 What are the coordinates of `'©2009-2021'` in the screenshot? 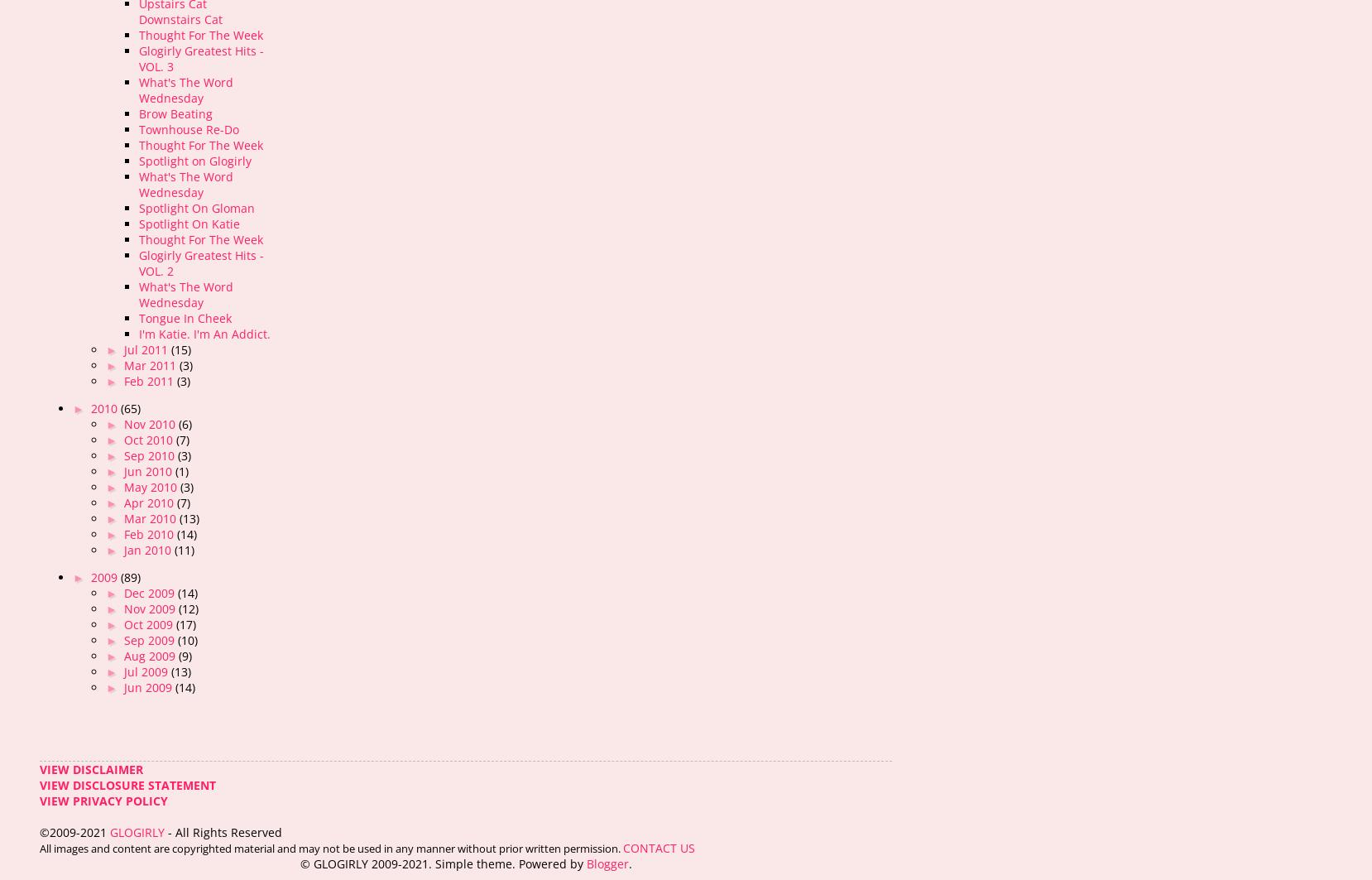 It's located at (39, 831).